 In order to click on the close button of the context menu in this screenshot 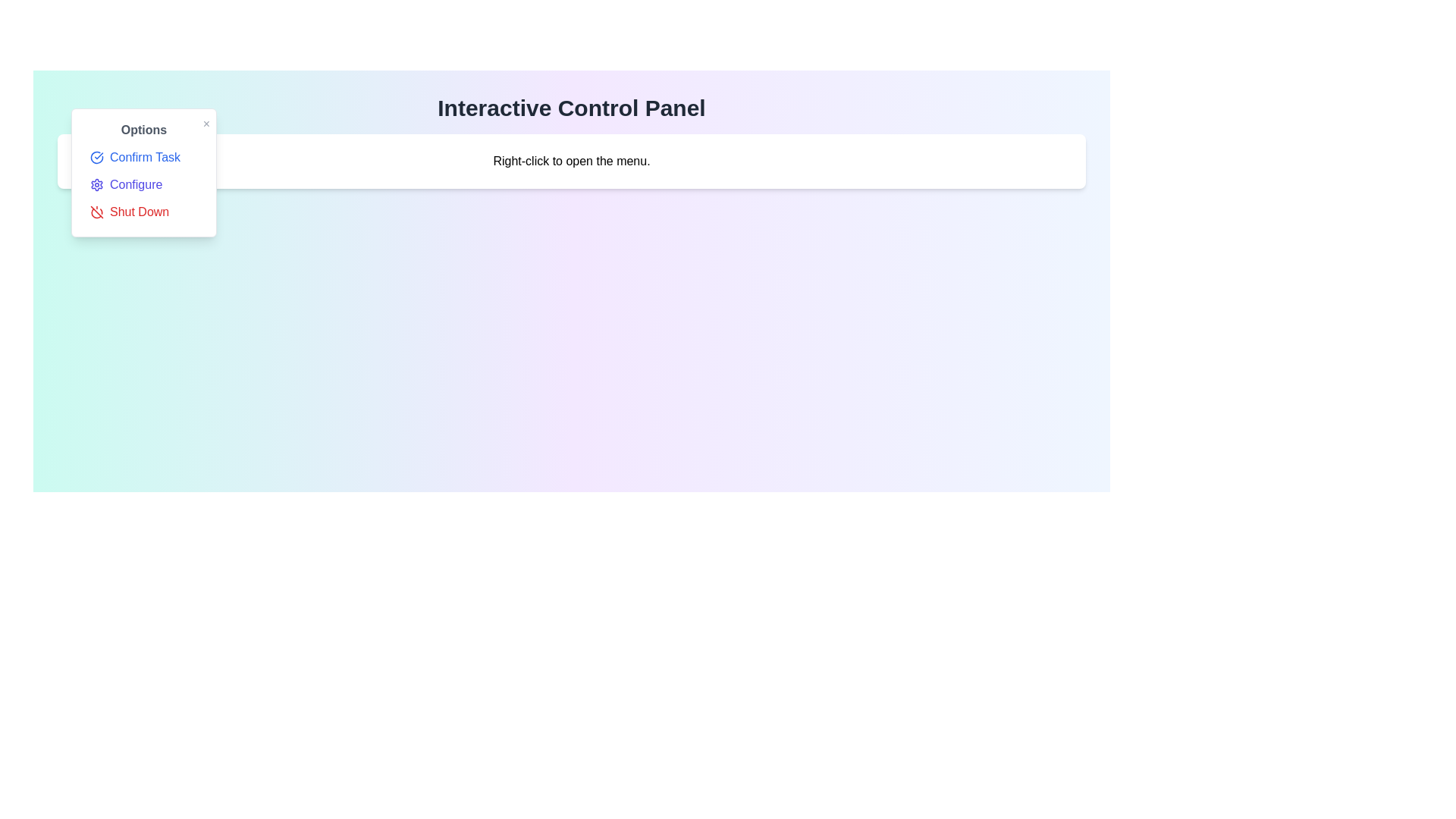, I will do `click(206, 124)`.